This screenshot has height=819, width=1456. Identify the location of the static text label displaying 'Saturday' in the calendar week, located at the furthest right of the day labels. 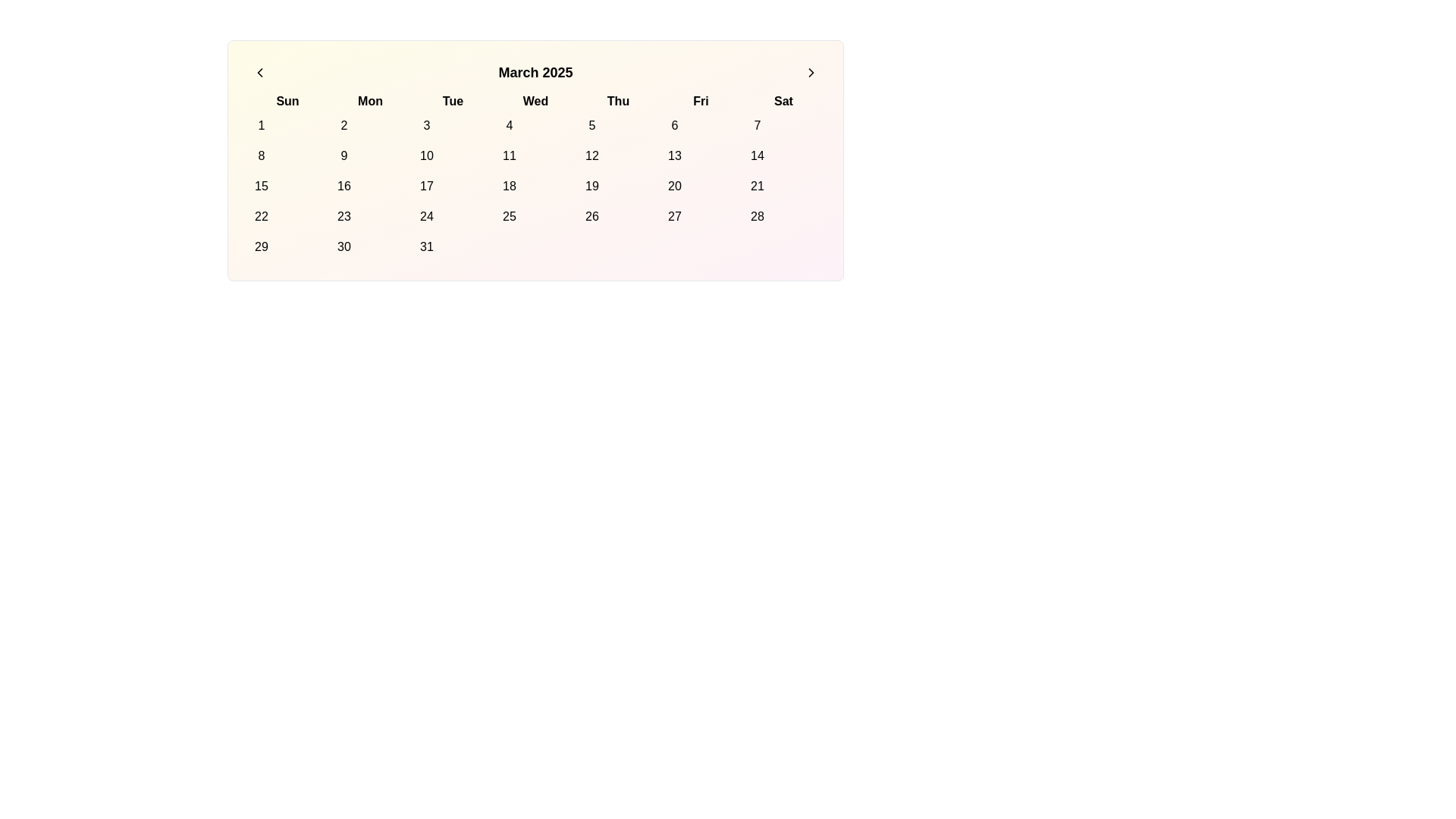
(783, 102).